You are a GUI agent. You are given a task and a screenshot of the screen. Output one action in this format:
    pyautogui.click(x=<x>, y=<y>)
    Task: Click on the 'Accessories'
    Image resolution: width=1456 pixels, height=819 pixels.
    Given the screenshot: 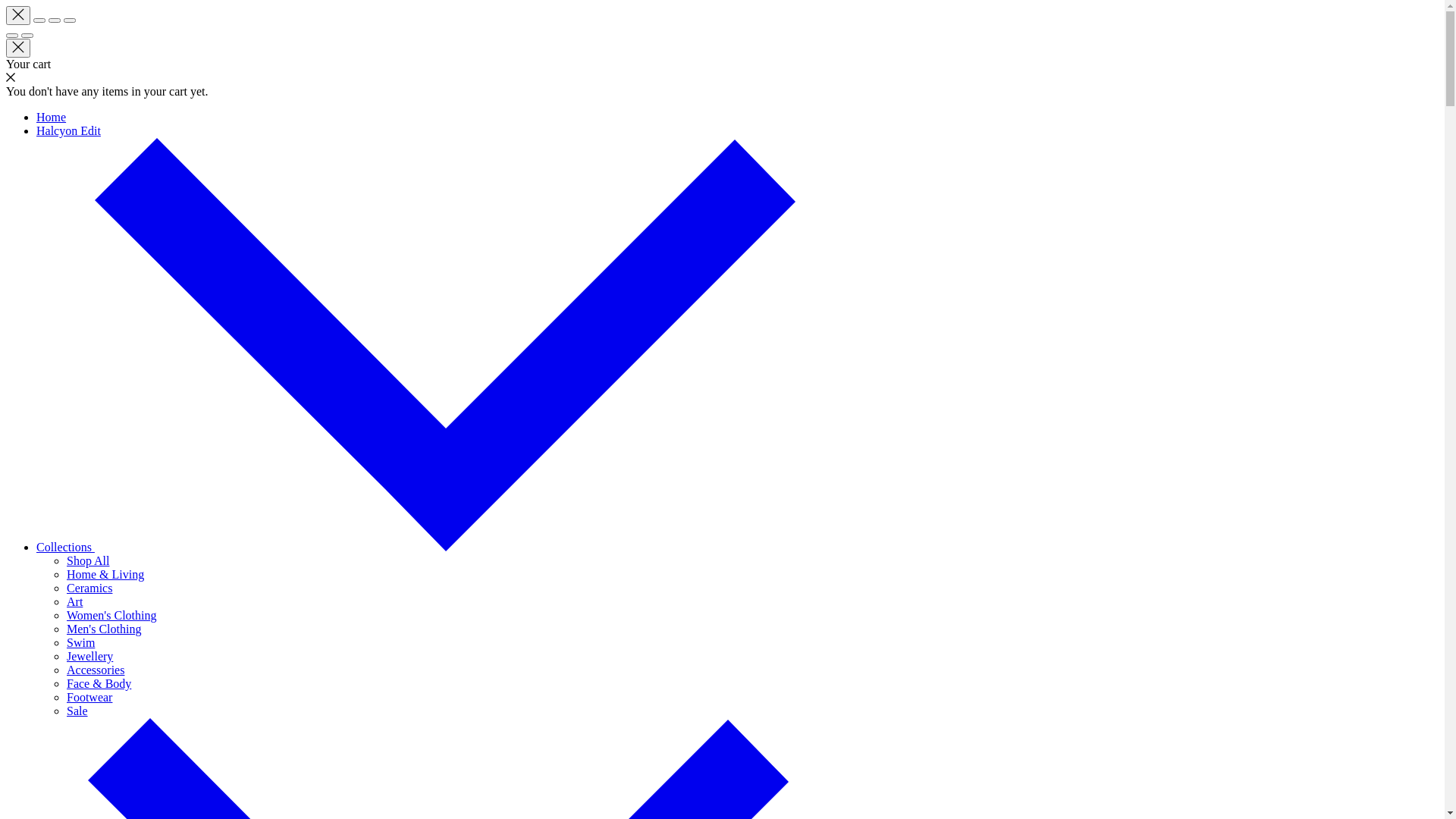 What is the action you would take?
    pyautogui.click(x=94, y=669)
    